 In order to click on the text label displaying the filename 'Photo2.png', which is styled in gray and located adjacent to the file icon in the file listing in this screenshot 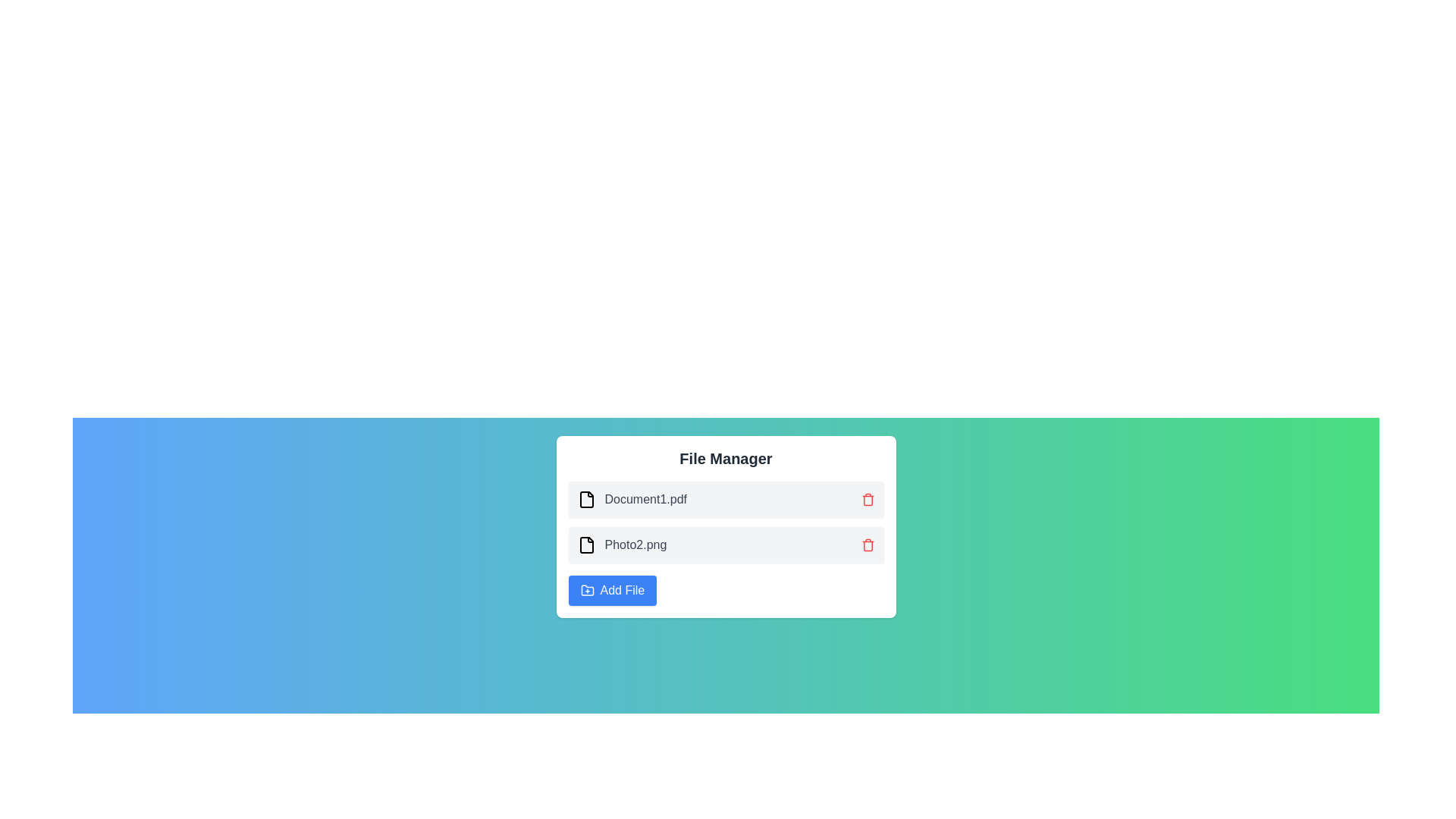, I will do `click(635, 544)`.